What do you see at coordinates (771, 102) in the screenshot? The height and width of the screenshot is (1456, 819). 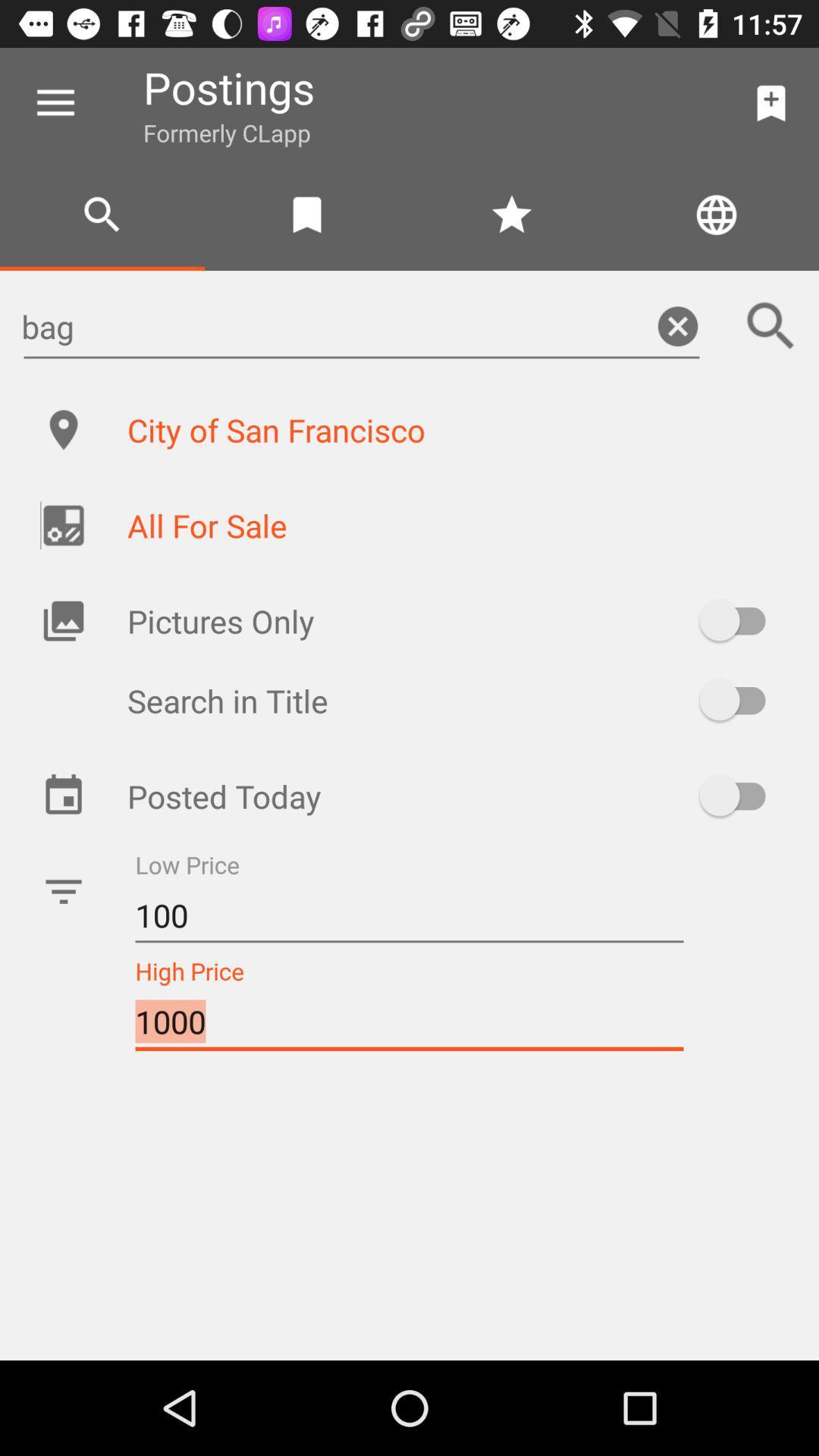 I see `icon to the right of postings icon` at bounding box center [771, 102].